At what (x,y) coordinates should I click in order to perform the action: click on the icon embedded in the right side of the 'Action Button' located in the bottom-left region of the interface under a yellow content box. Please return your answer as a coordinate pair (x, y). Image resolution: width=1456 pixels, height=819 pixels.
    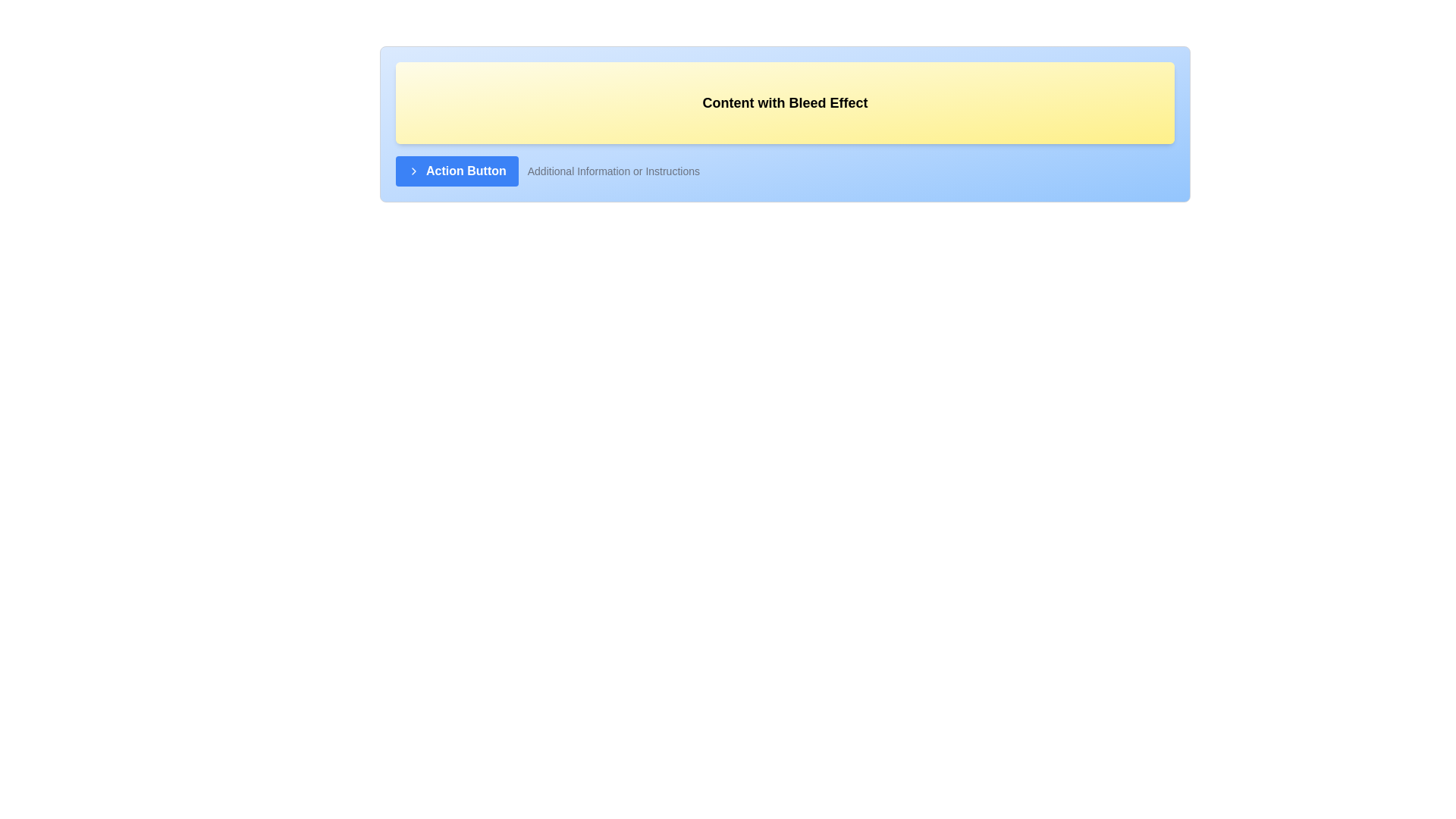
    Looking at the image, I should click on (414, 171).